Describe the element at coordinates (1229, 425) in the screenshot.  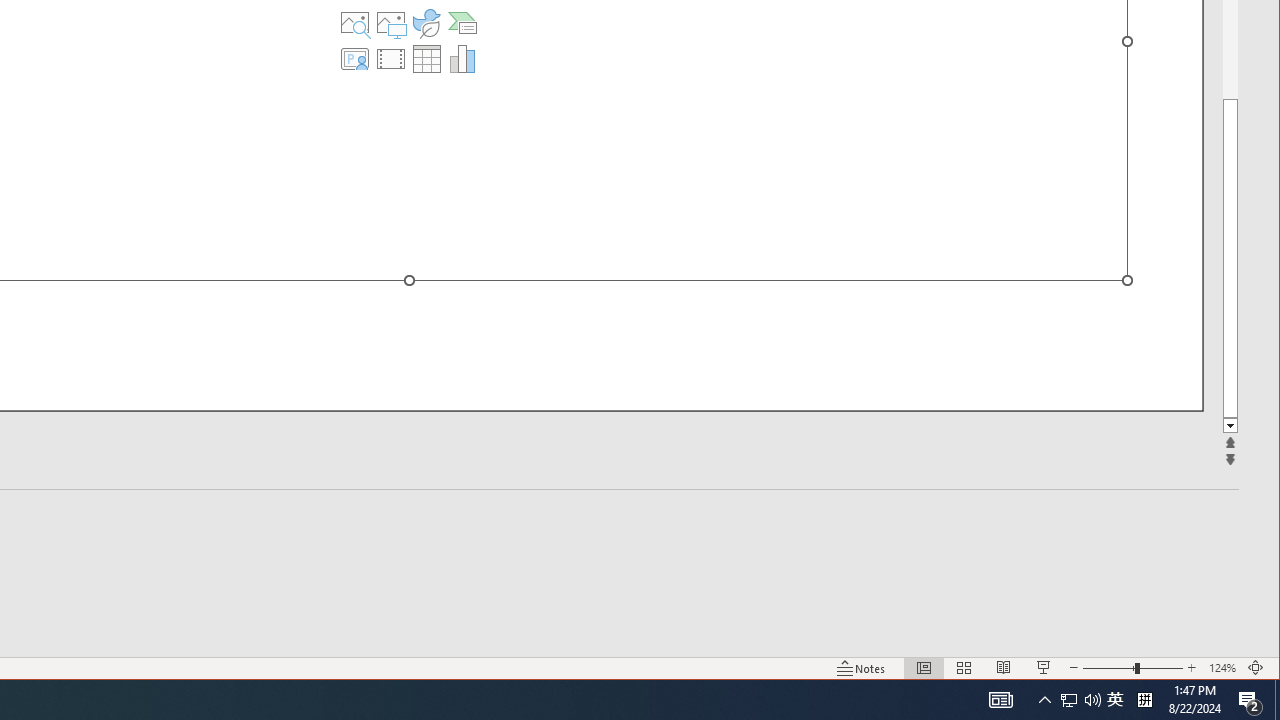
I see `'Line down'` at that location.